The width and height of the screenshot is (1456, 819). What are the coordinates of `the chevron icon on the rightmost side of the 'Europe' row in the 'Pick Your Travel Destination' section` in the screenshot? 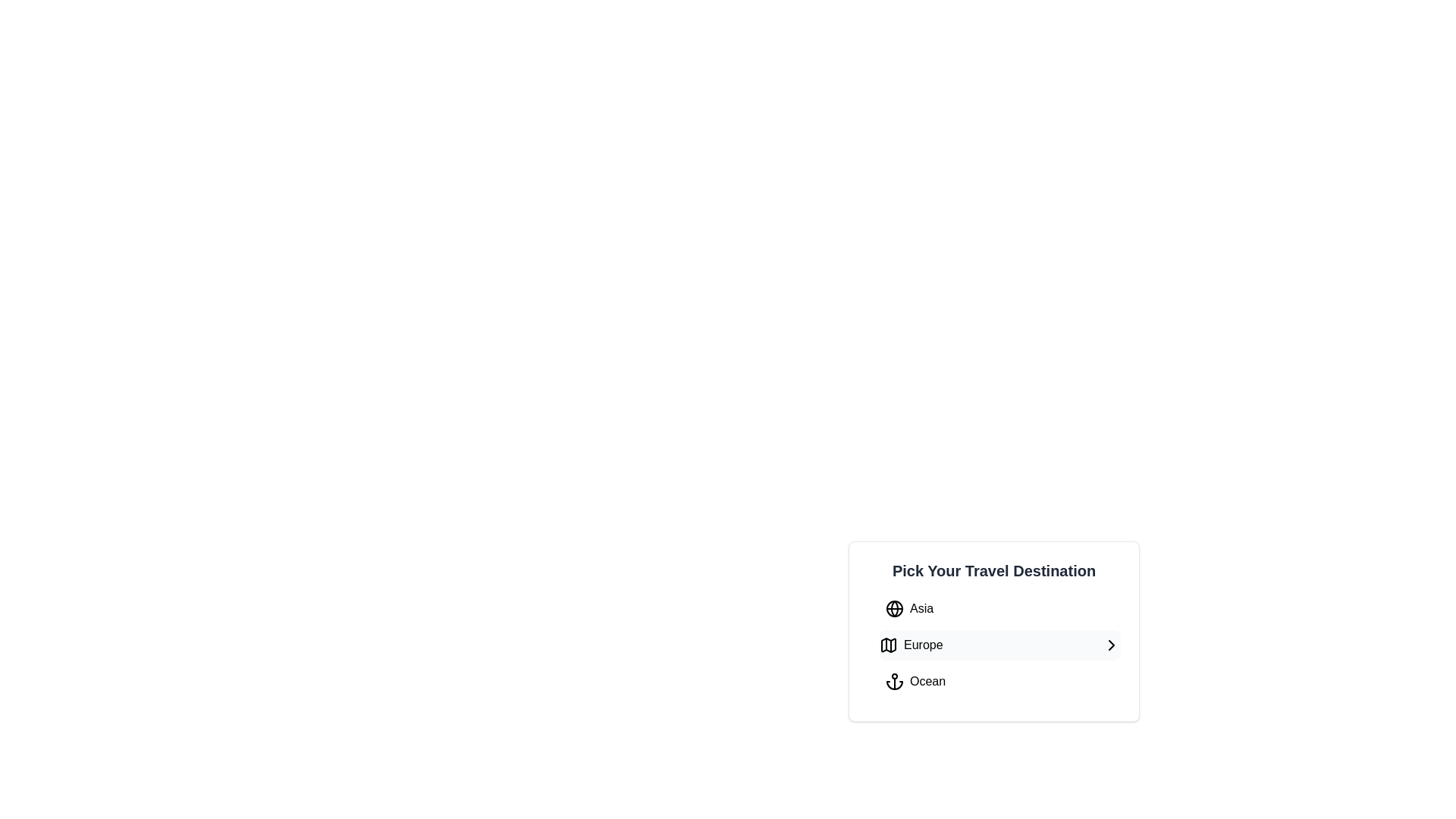 It's located at (1111, 645).